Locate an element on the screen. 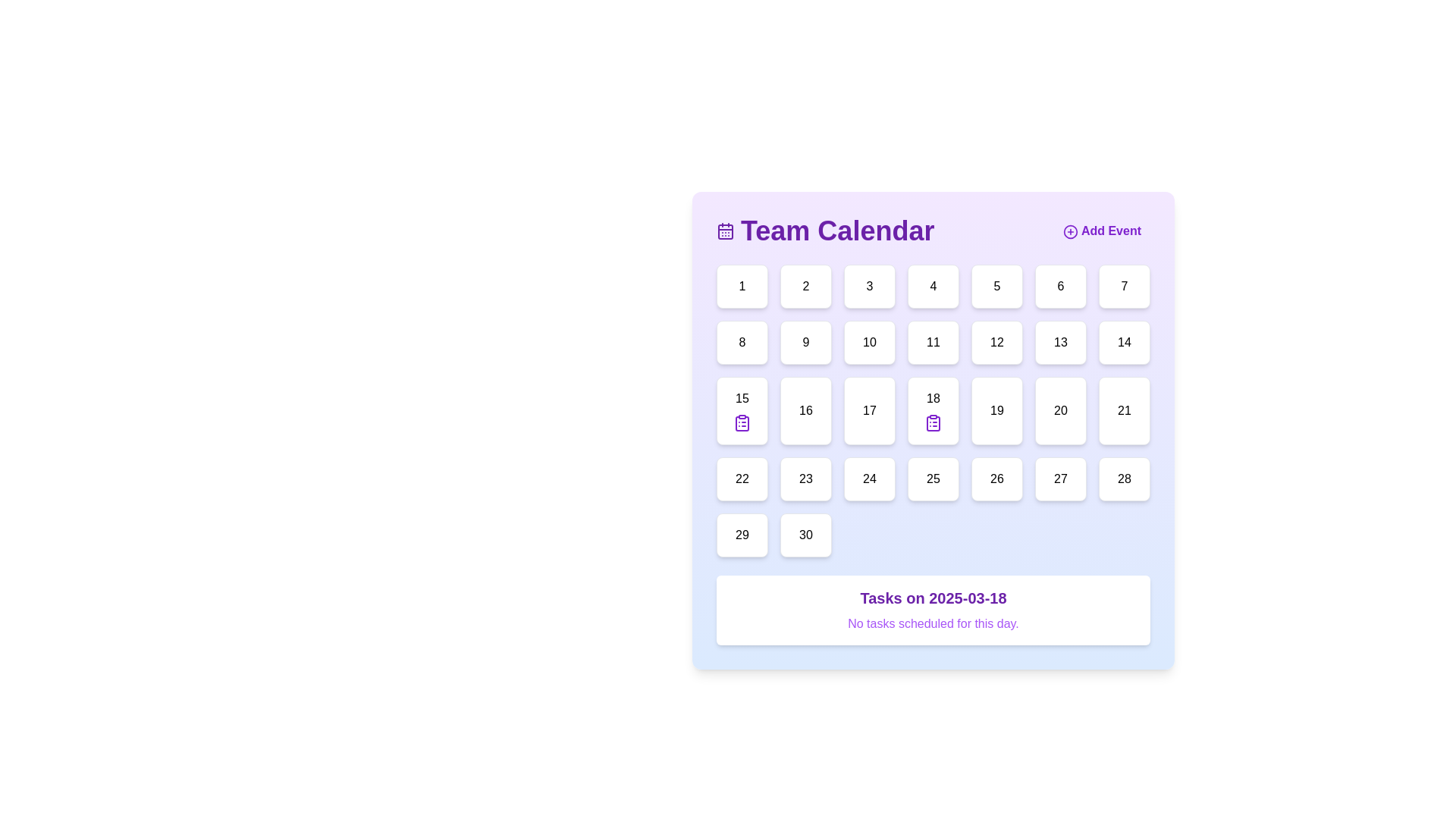 Image resolution: width=1456 pixels, height=819 pixels. information displayed on the Information display panel with bold purple text 'Tasks on 2025-03-18' and lighter purple text 'No tasks scheduled for this day.' is located at coordinates (932, 610).